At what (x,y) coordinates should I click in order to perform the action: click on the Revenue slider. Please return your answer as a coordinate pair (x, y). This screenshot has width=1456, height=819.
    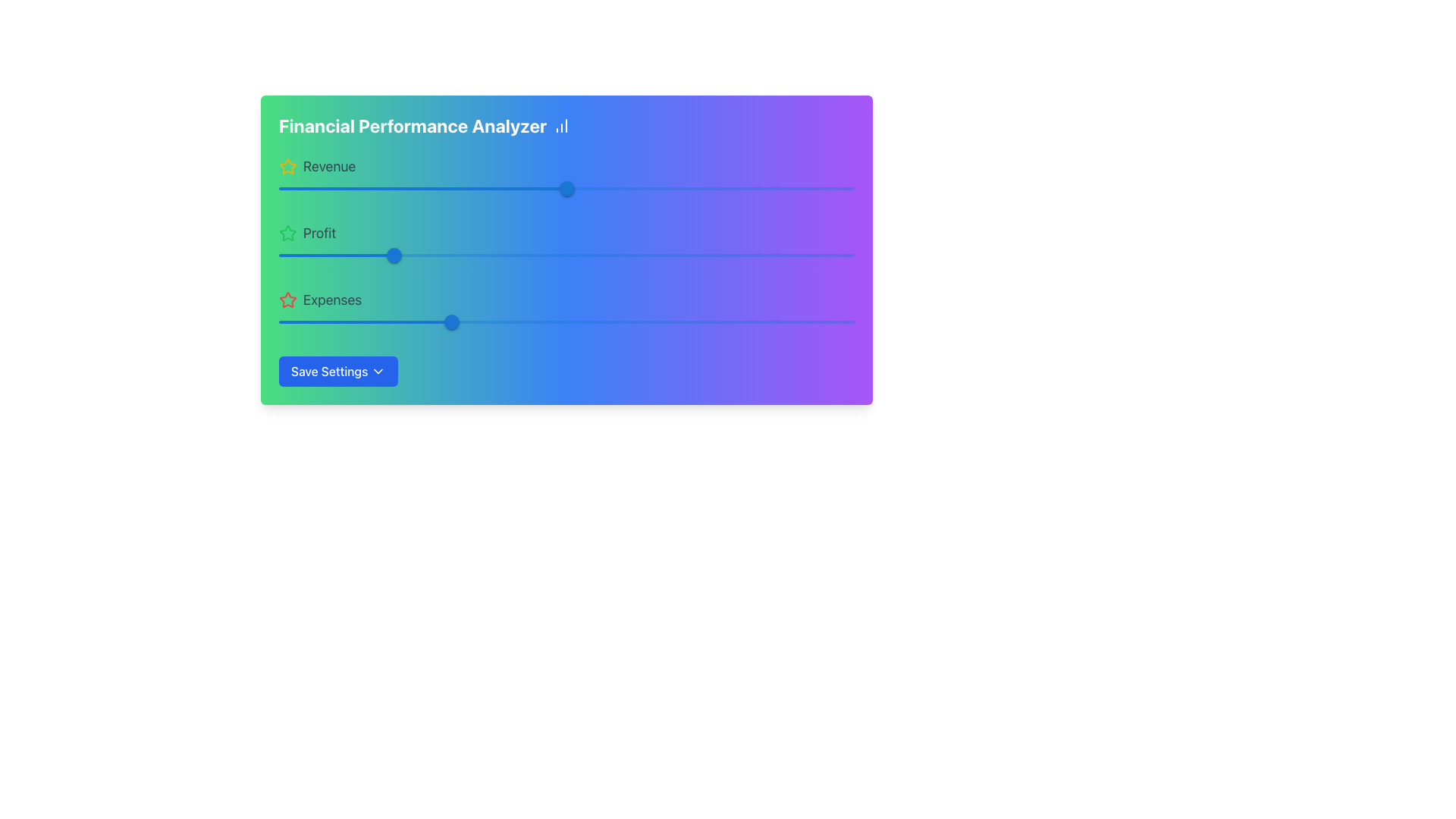
    Looking at the image, I should click on (681, 188).